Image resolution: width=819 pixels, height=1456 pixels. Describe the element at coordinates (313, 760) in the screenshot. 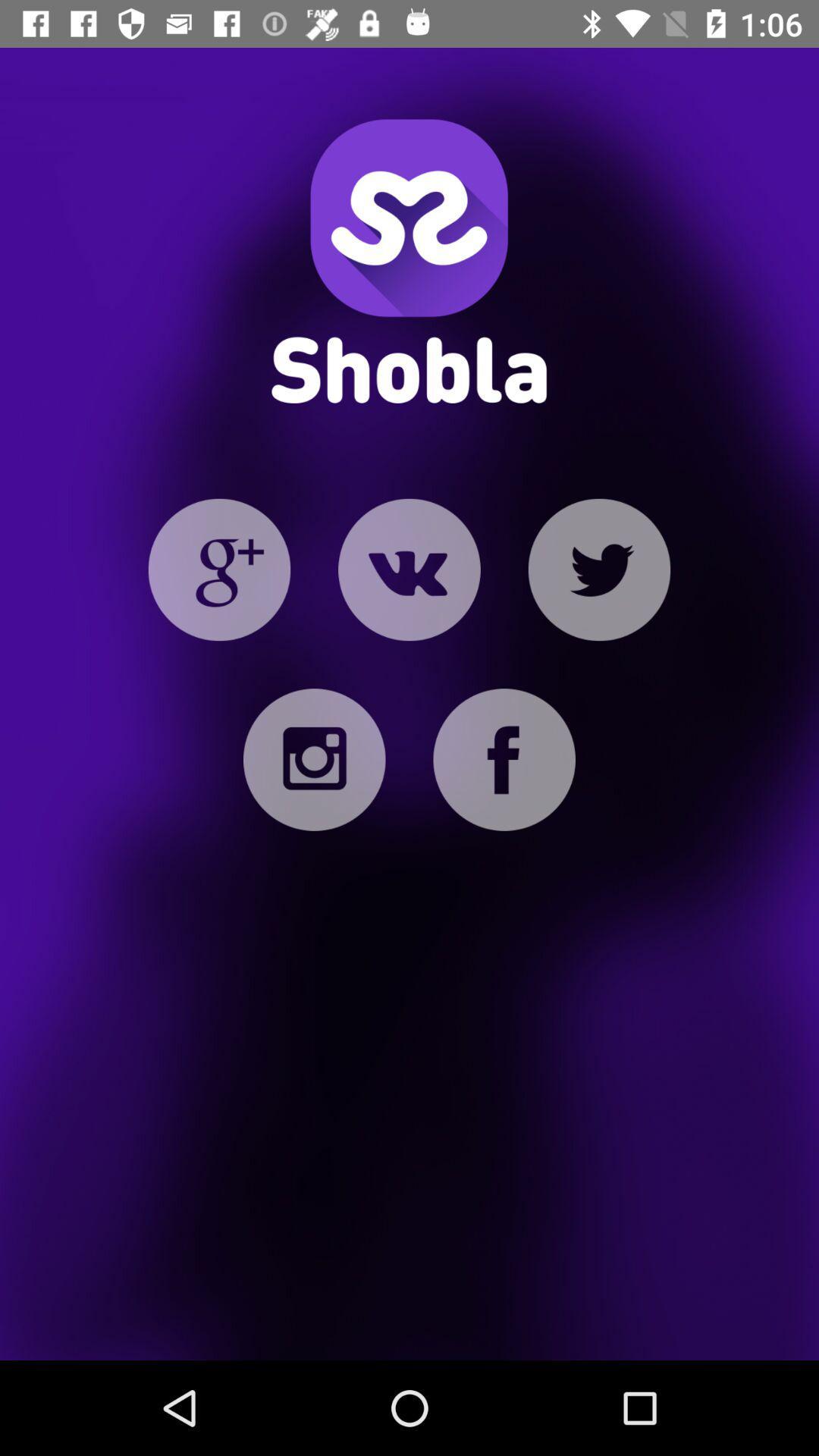

I see `camera` at that location.